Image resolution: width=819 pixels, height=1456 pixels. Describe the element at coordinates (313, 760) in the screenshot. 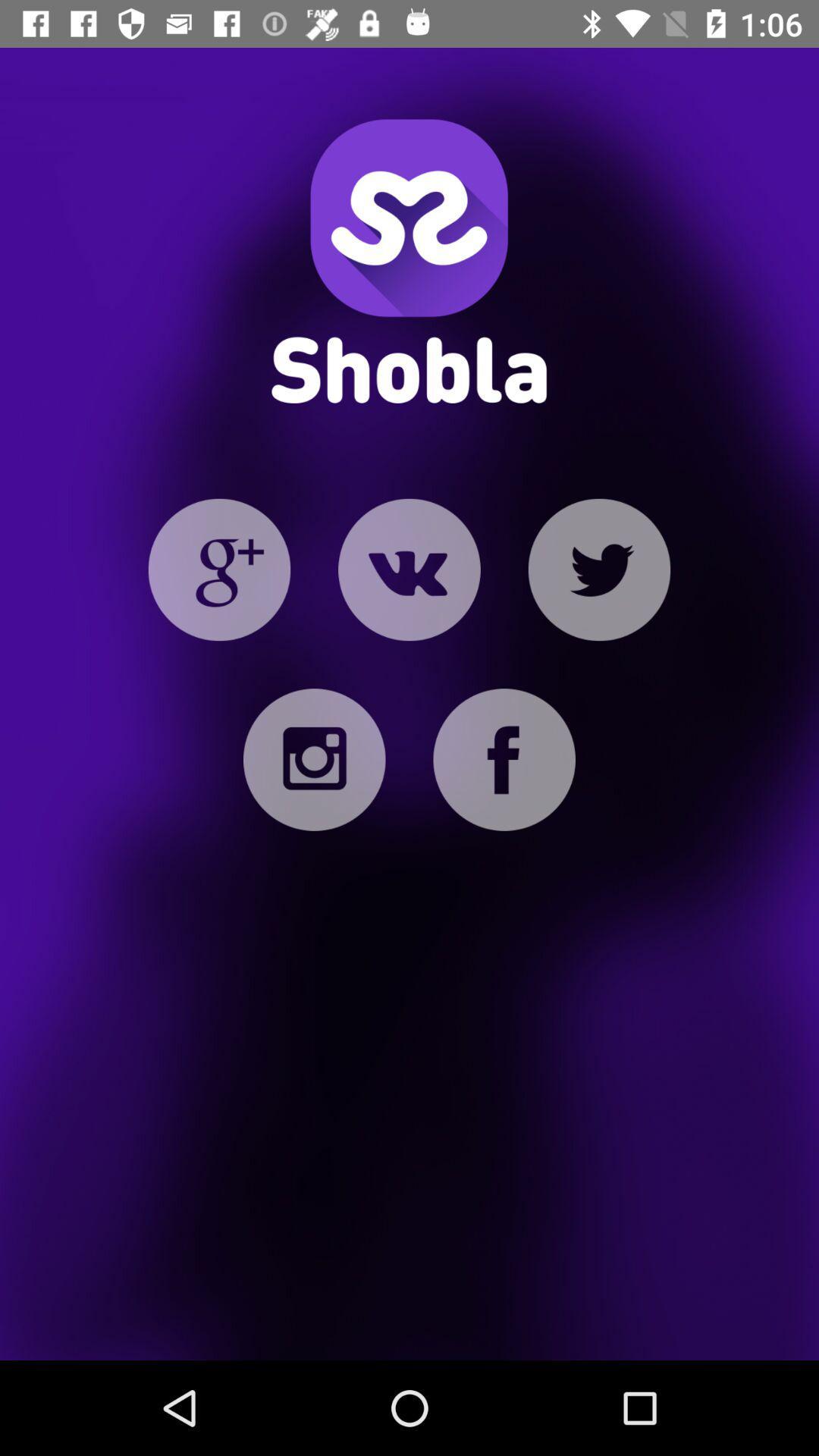

I see `camera` at that location.